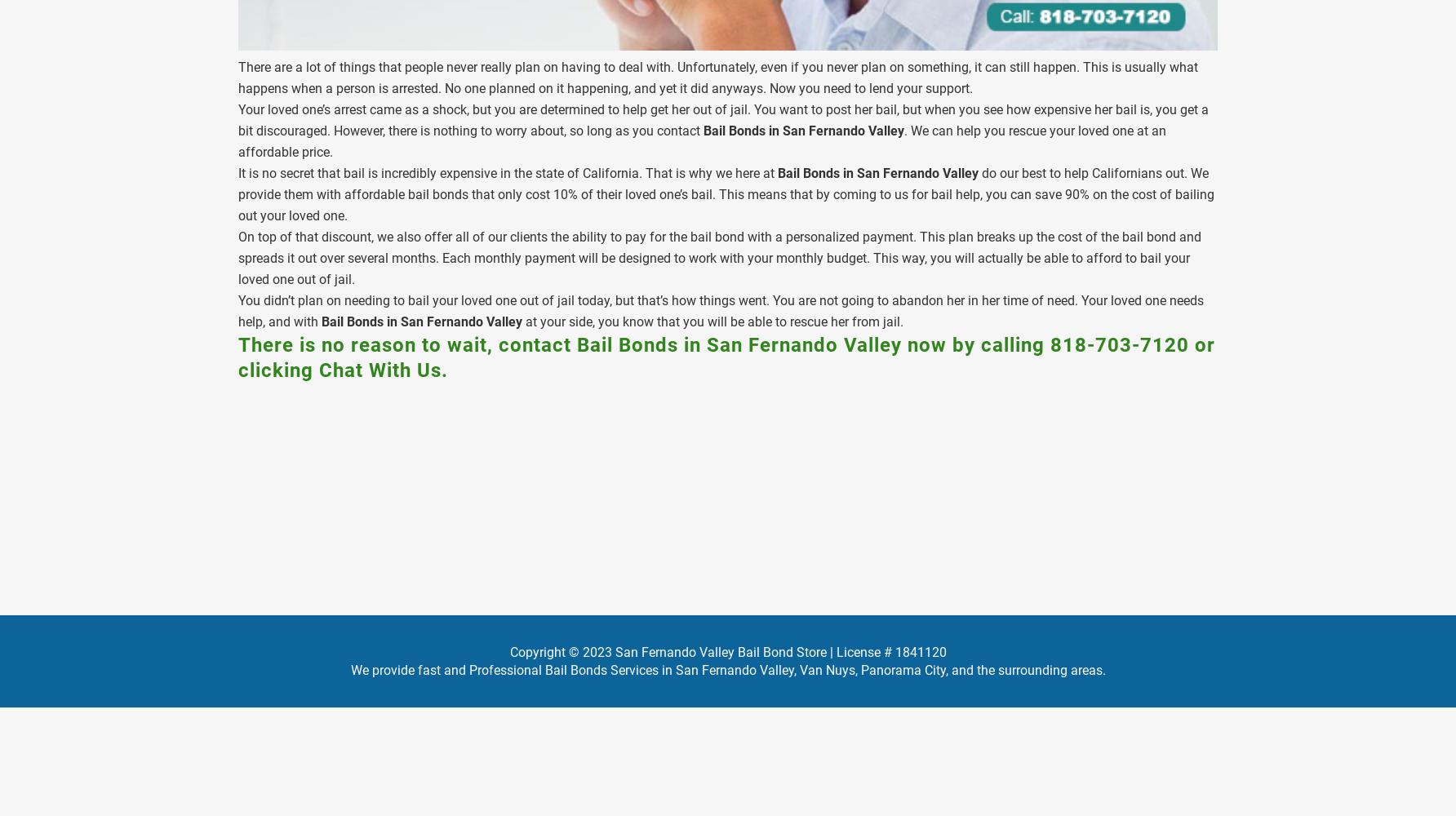 This screenshot has height=816, width=1456. What do you see at coordinates (238, 171) in the screenshot?
I see `'It is no secret that bail is incredibly expensive in the state of California. That is why we here at'` at bounding box center [238, 171].